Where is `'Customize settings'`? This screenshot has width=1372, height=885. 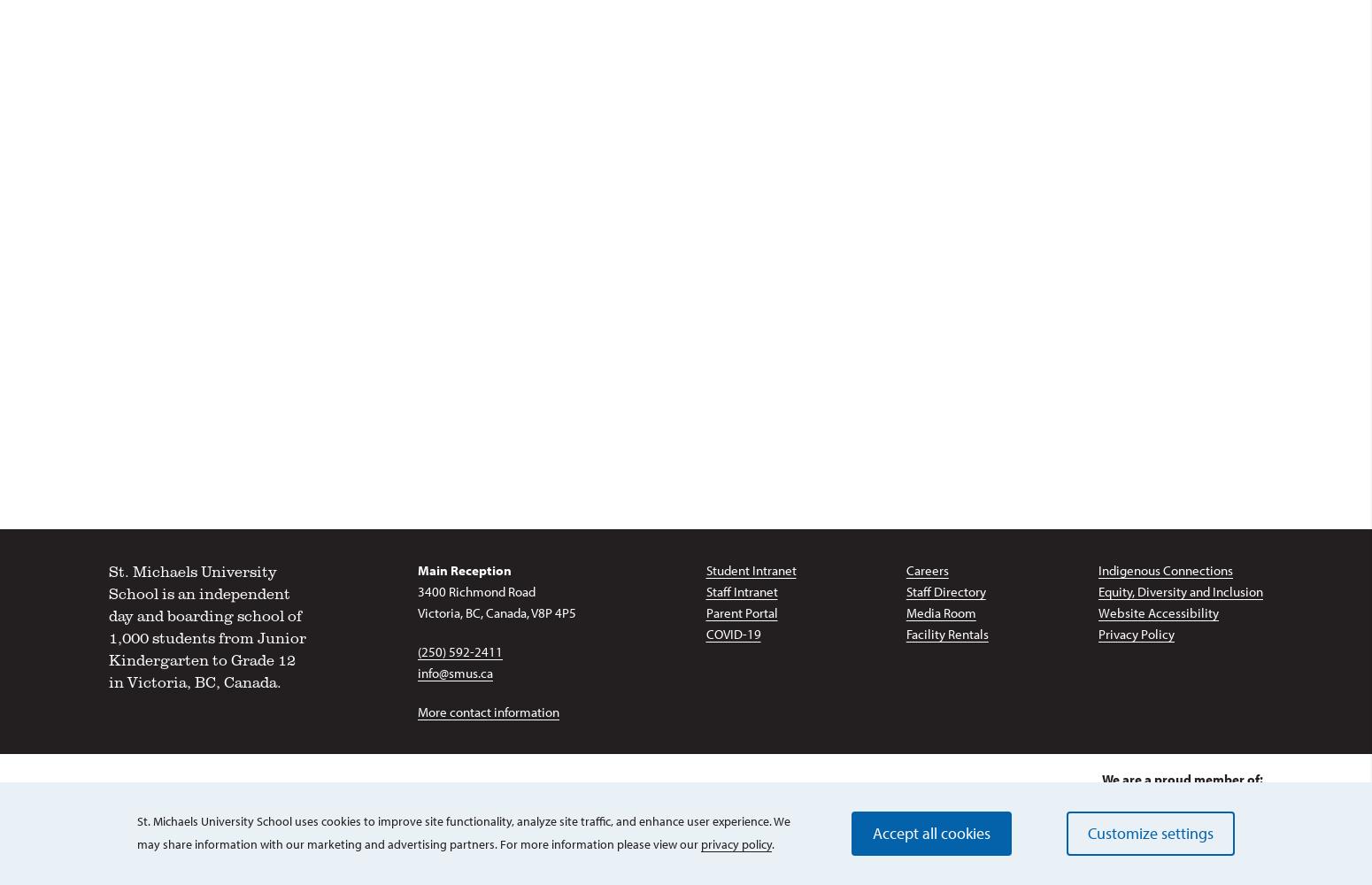
'Customize settings' is located at coordinates (1149, 832).